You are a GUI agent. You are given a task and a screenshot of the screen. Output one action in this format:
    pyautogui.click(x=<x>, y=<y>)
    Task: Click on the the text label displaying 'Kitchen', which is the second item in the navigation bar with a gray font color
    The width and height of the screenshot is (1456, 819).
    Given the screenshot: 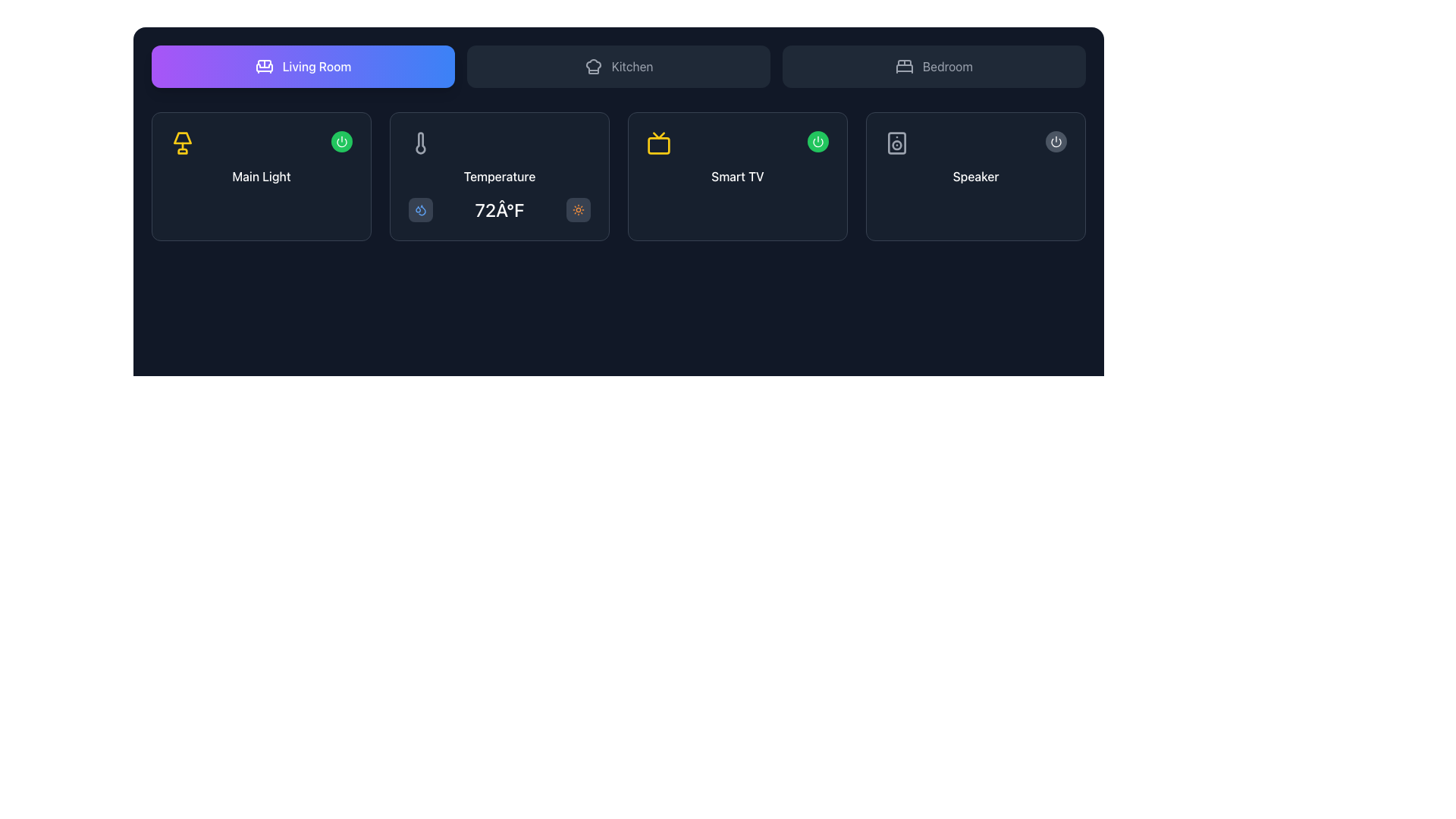 What is the action you would take?
    pyautogui.click(x=632, y=66)
    